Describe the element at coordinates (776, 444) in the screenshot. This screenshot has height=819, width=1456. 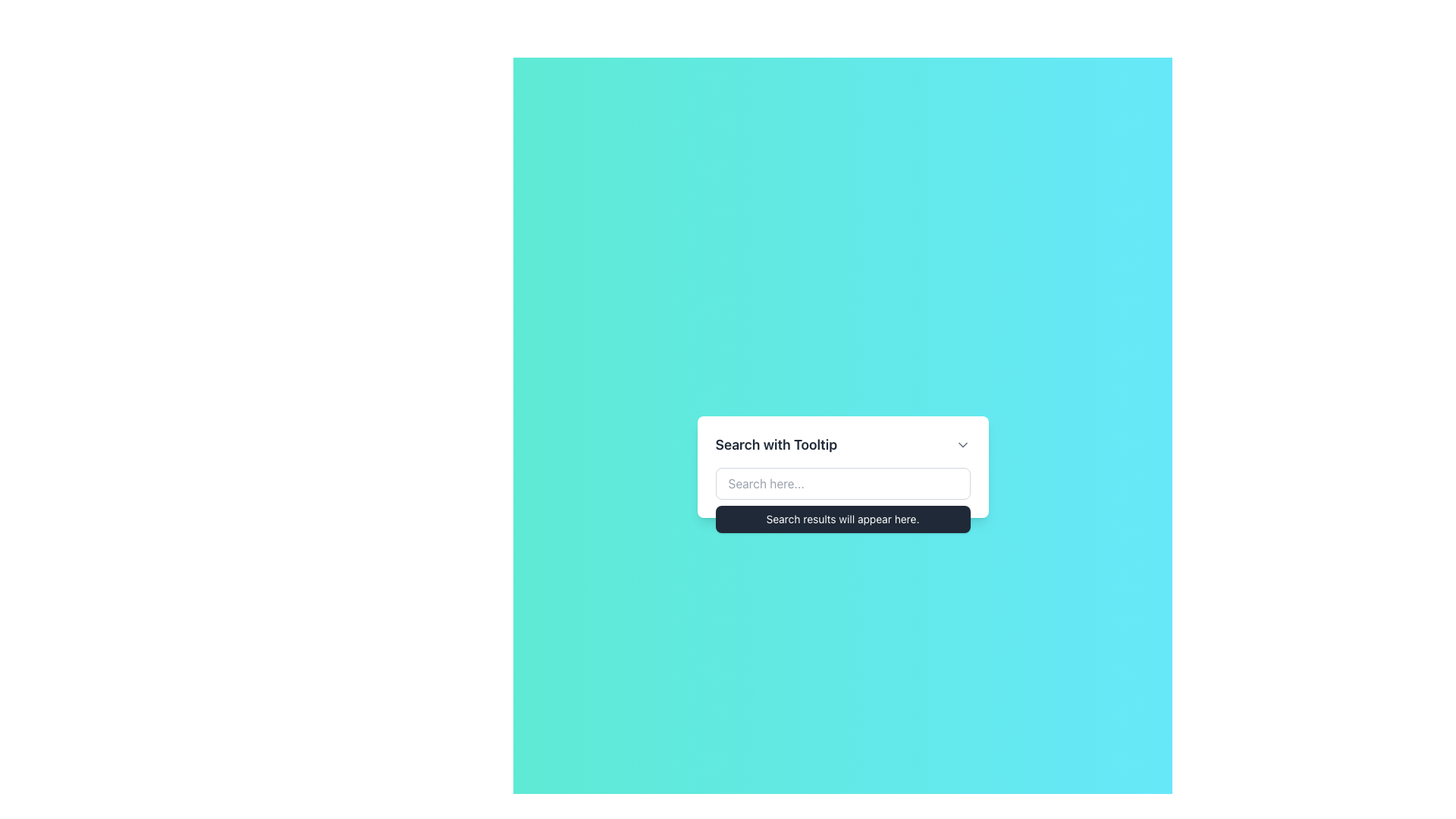
I see `the static text label that reads 'Search with Tooltip', which is styled in bold, large dark gray font and is located above the search box` at that location.